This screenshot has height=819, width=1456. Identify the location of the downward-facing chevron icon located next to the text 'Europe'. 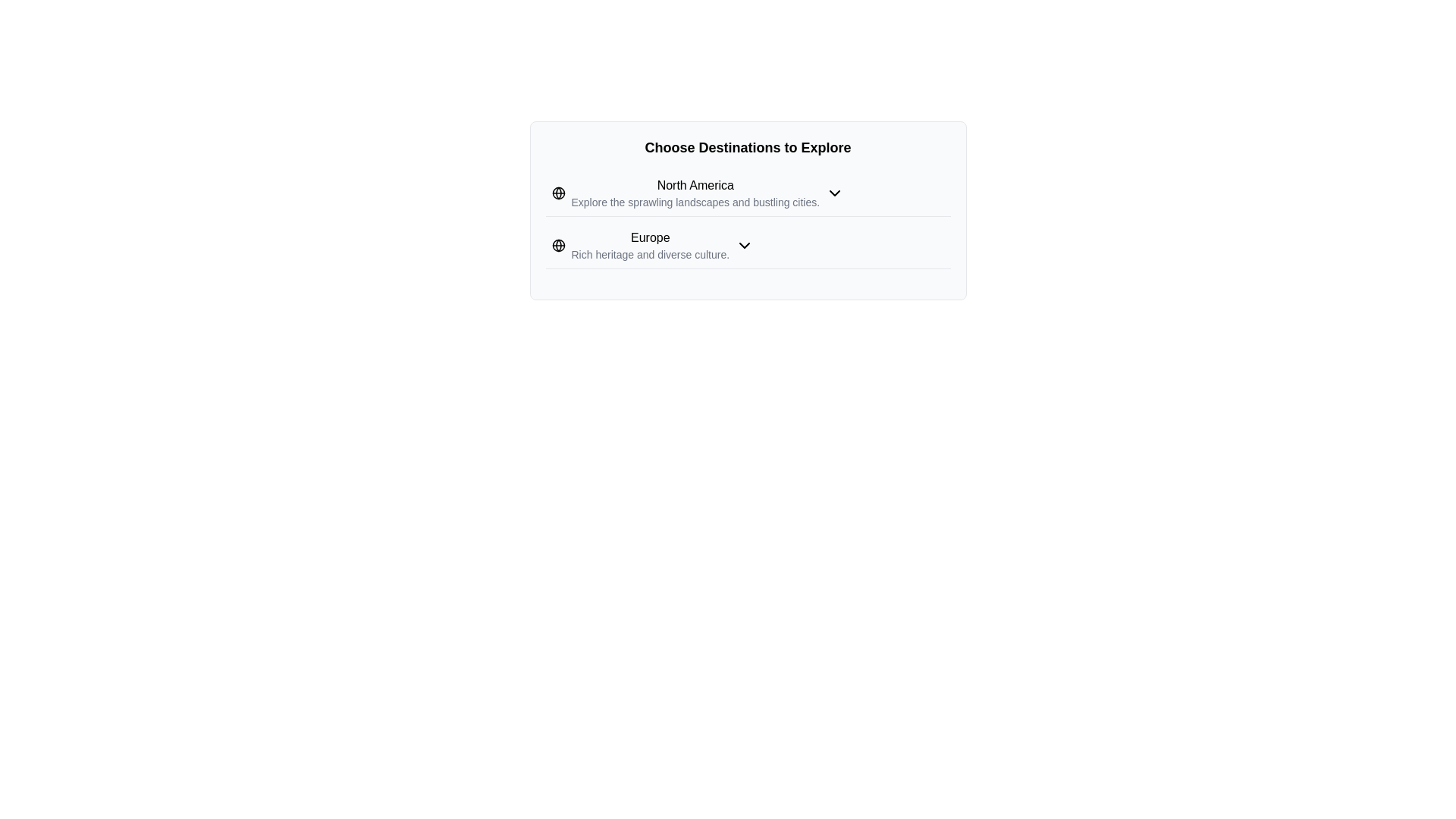
(745, 245).